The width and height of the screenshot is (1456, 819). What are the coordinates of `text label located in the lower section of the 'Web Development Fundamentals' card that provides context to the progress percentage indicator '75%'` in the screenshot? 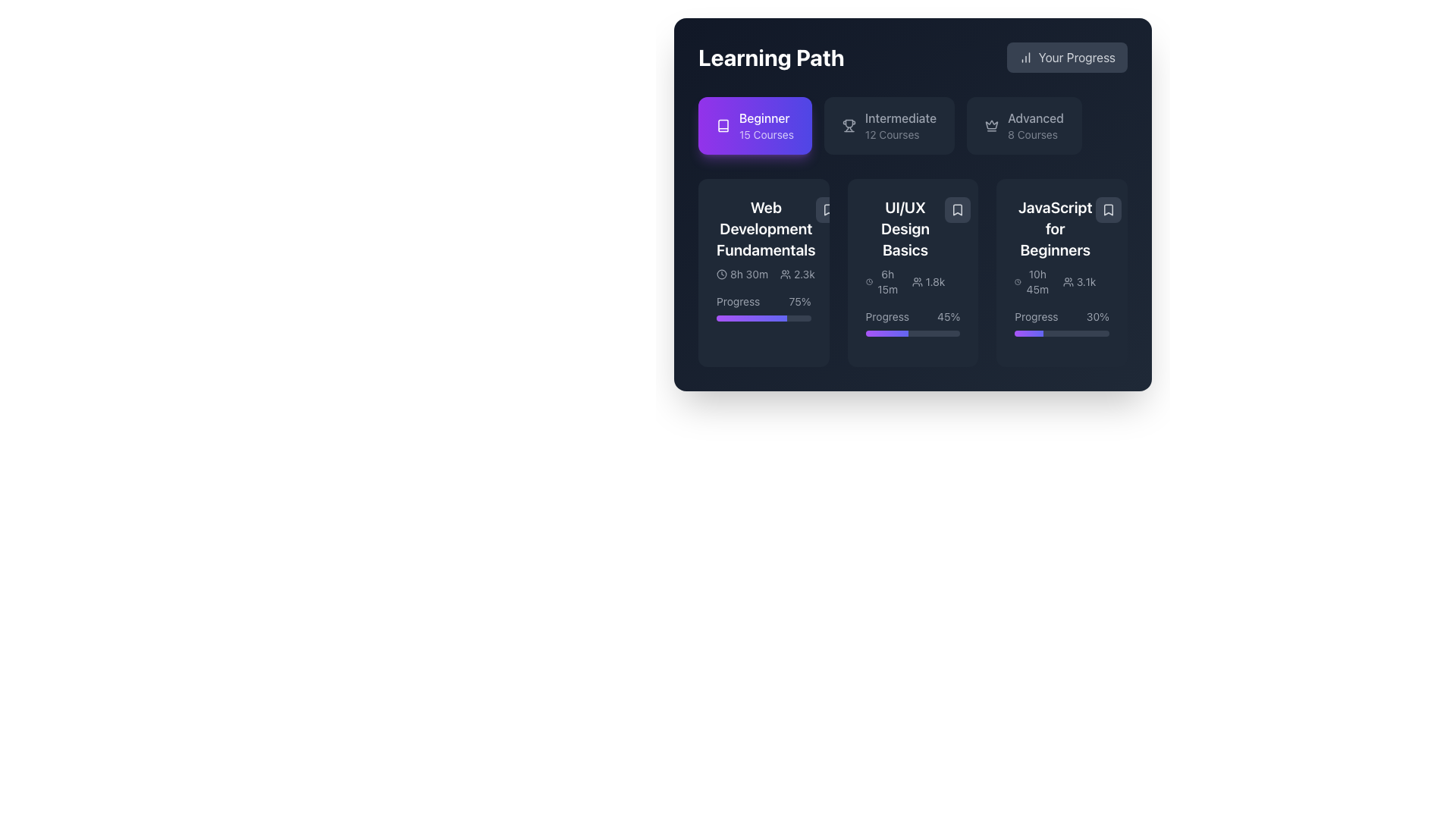 It's located at (738, 301).